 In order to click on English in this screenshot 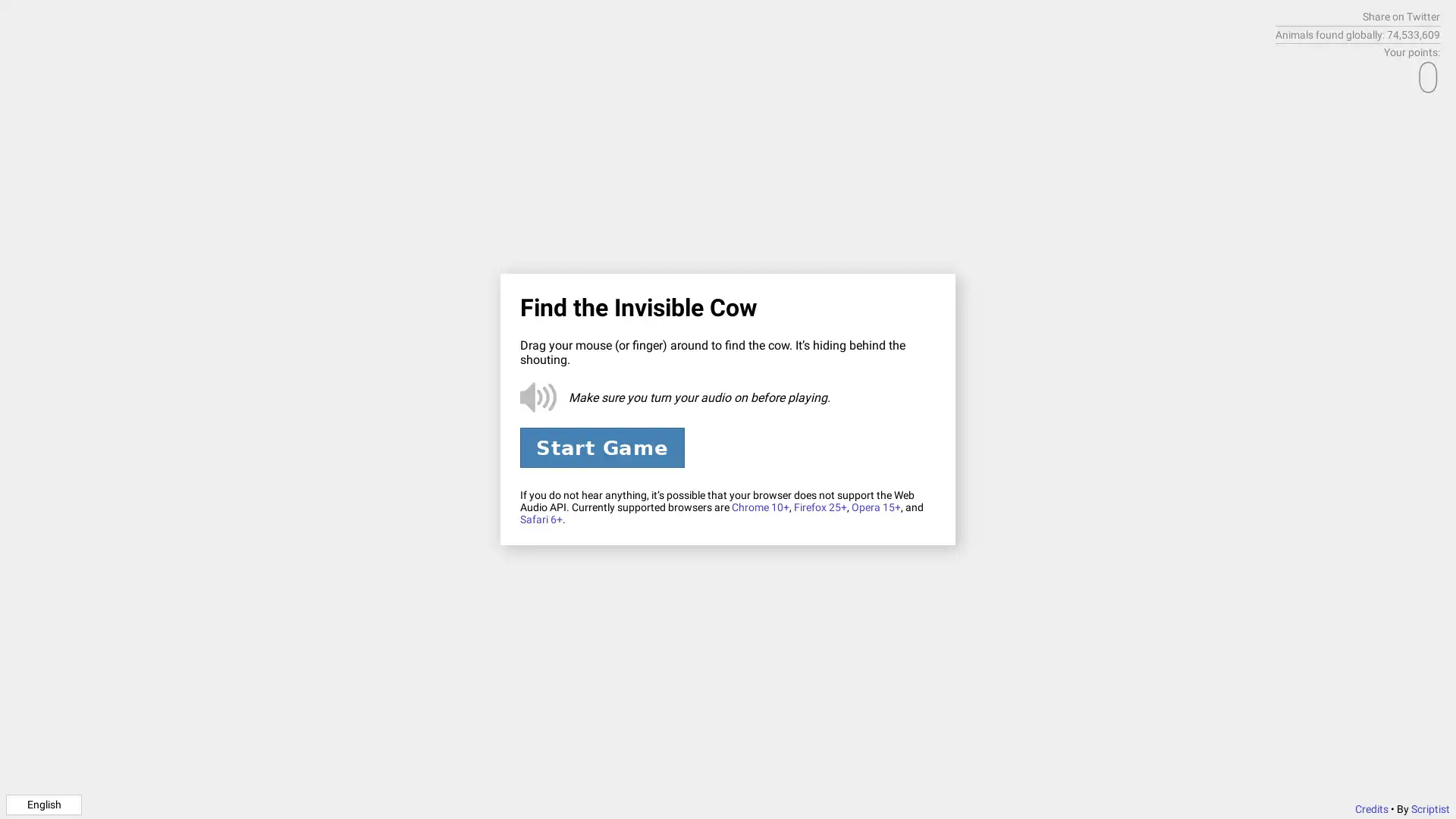, I will do `click(43, 803)`.